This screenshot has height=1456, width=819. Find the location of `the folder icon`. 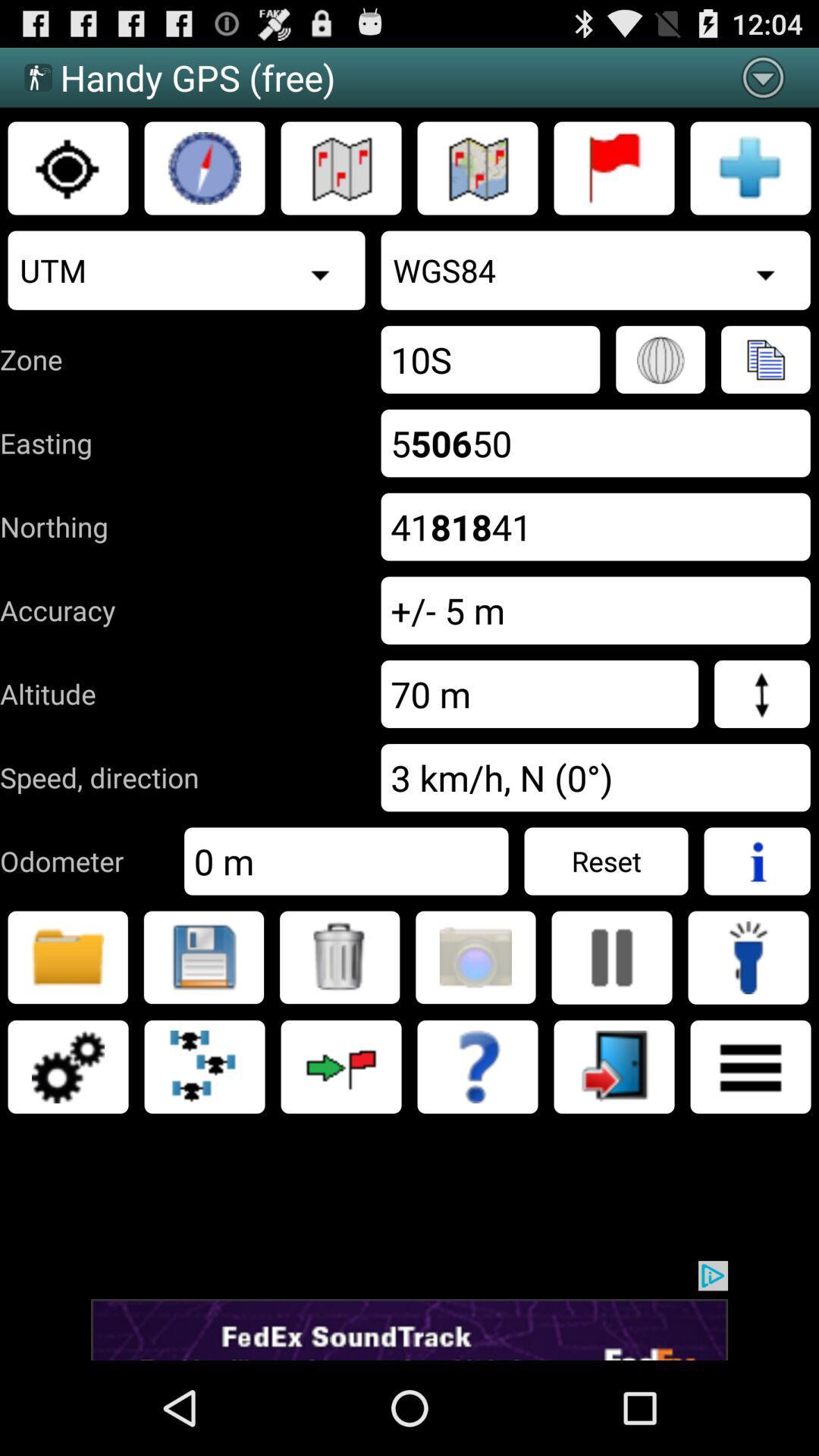

the folder icon is located at coordinates (67, 1025).